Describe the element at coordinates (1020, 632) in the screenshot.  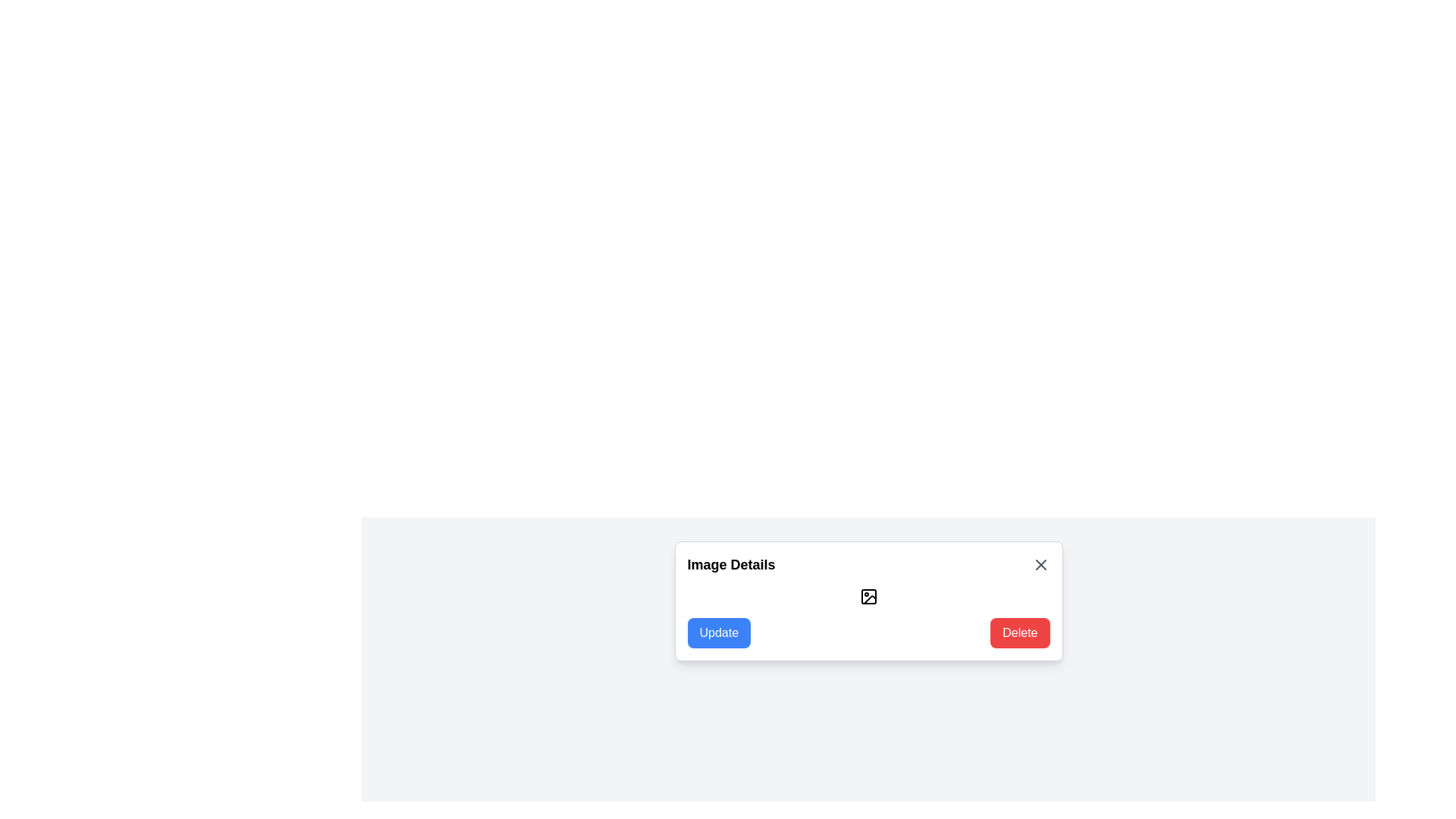
I see `the delete button located in the bottom-right corner of the 'Image Details' popup` at that location.